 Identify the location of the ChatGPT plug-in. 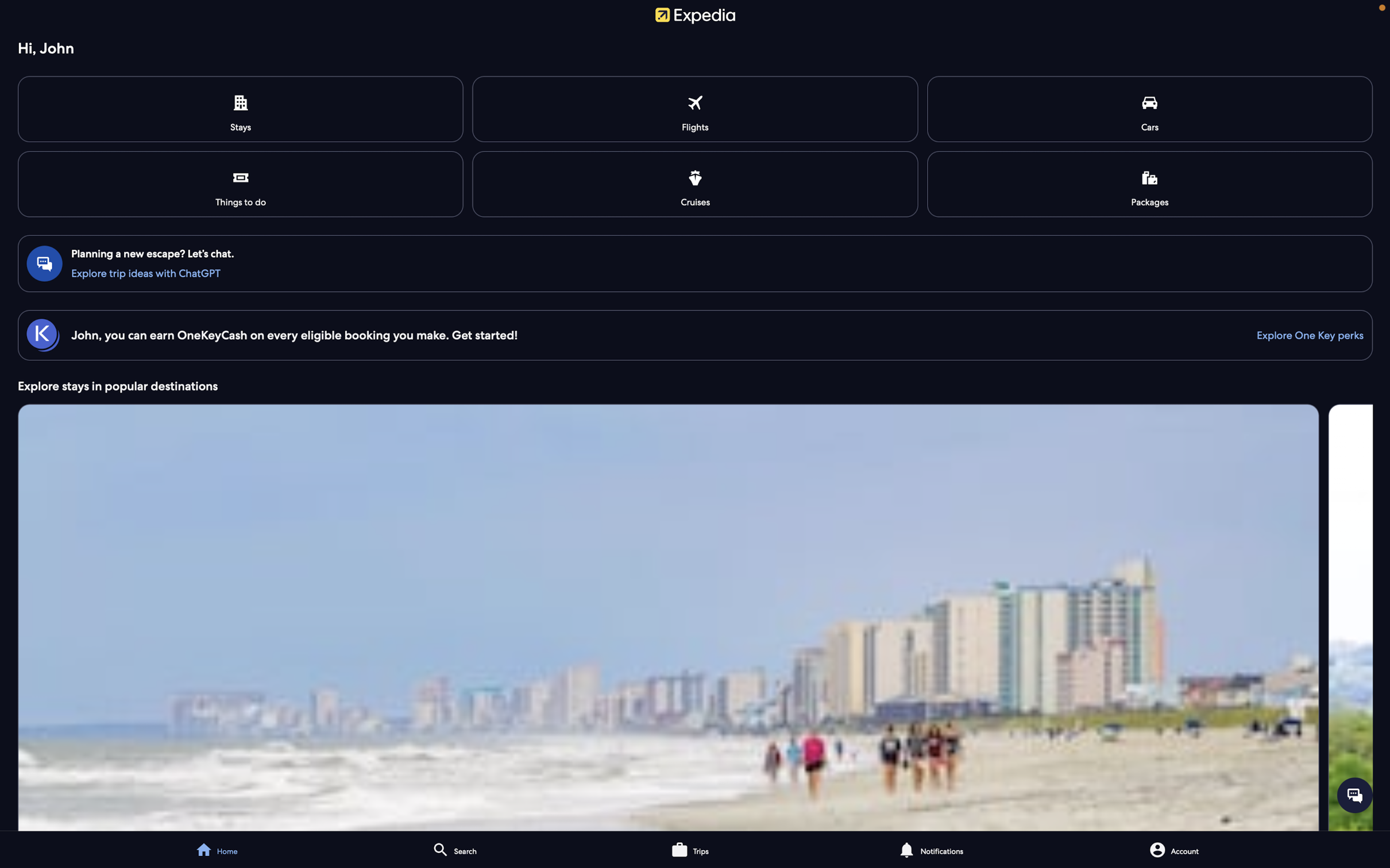
(696, 272).